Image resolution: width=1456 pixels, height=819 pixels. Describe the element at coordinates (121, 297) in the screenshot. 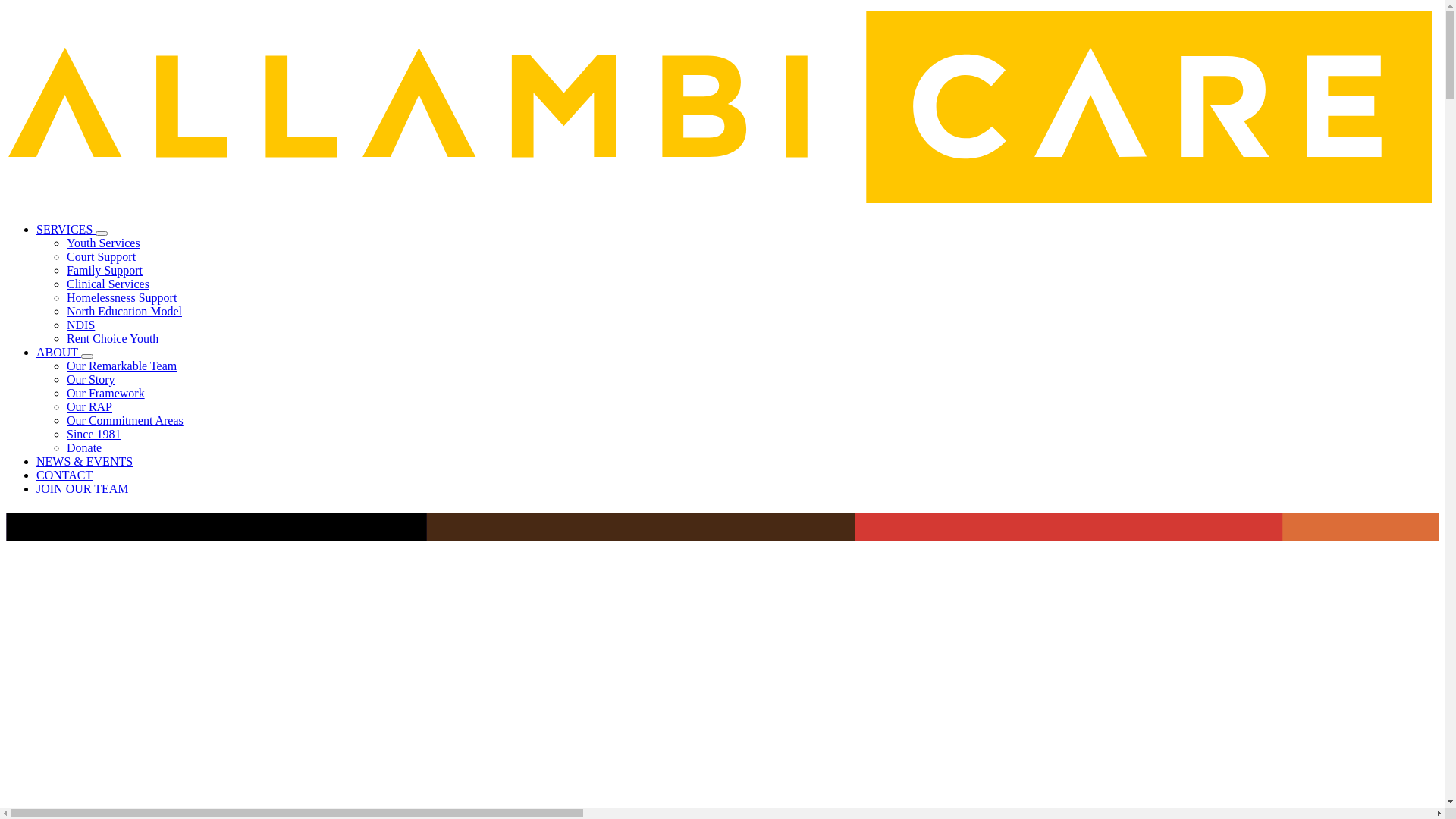

I see `'Homelessness Support'` at that location.